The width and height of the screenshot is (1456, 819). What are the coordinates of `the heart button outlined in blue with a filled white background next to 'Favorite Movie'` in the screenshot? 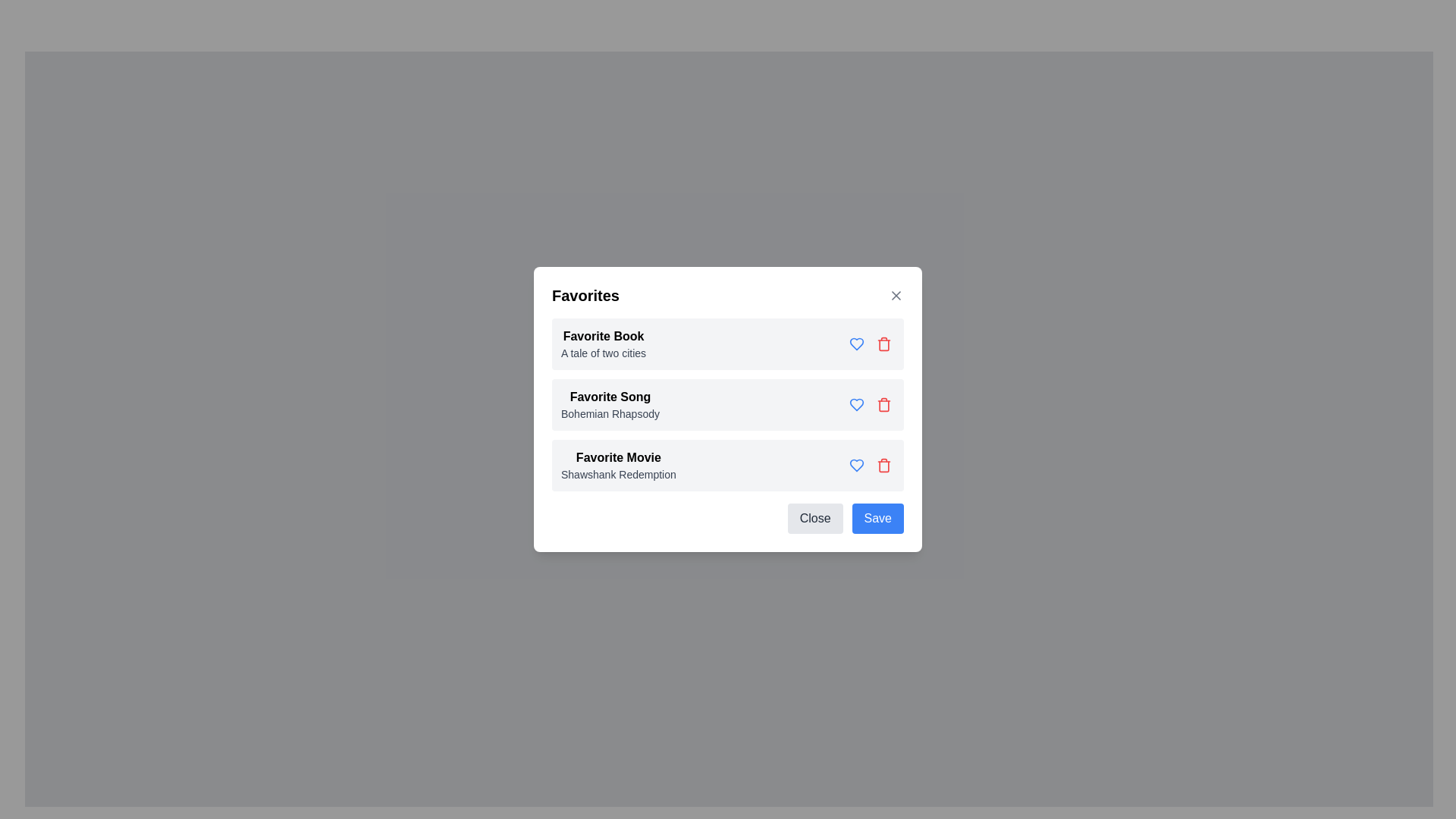 It's located at (856, 464).